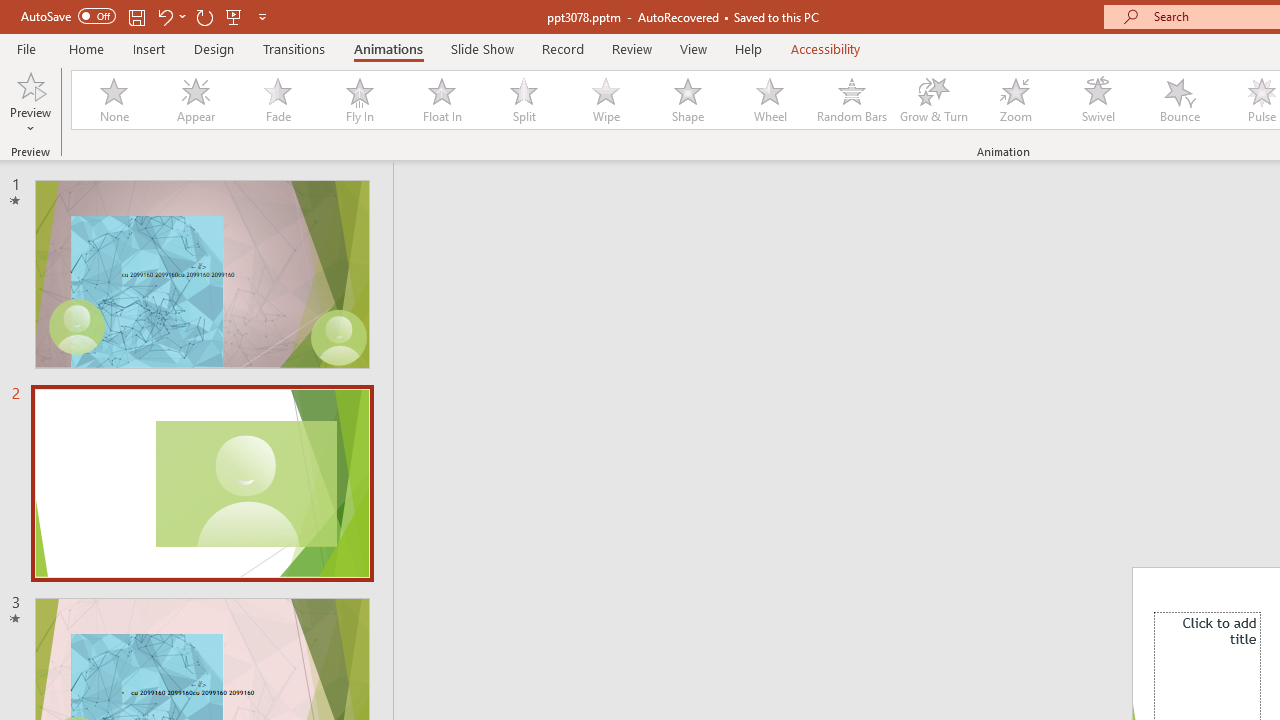 Image resolution: width=1280 pixels, height=720 pixels. I want to click on 'None', so click(112, 100).